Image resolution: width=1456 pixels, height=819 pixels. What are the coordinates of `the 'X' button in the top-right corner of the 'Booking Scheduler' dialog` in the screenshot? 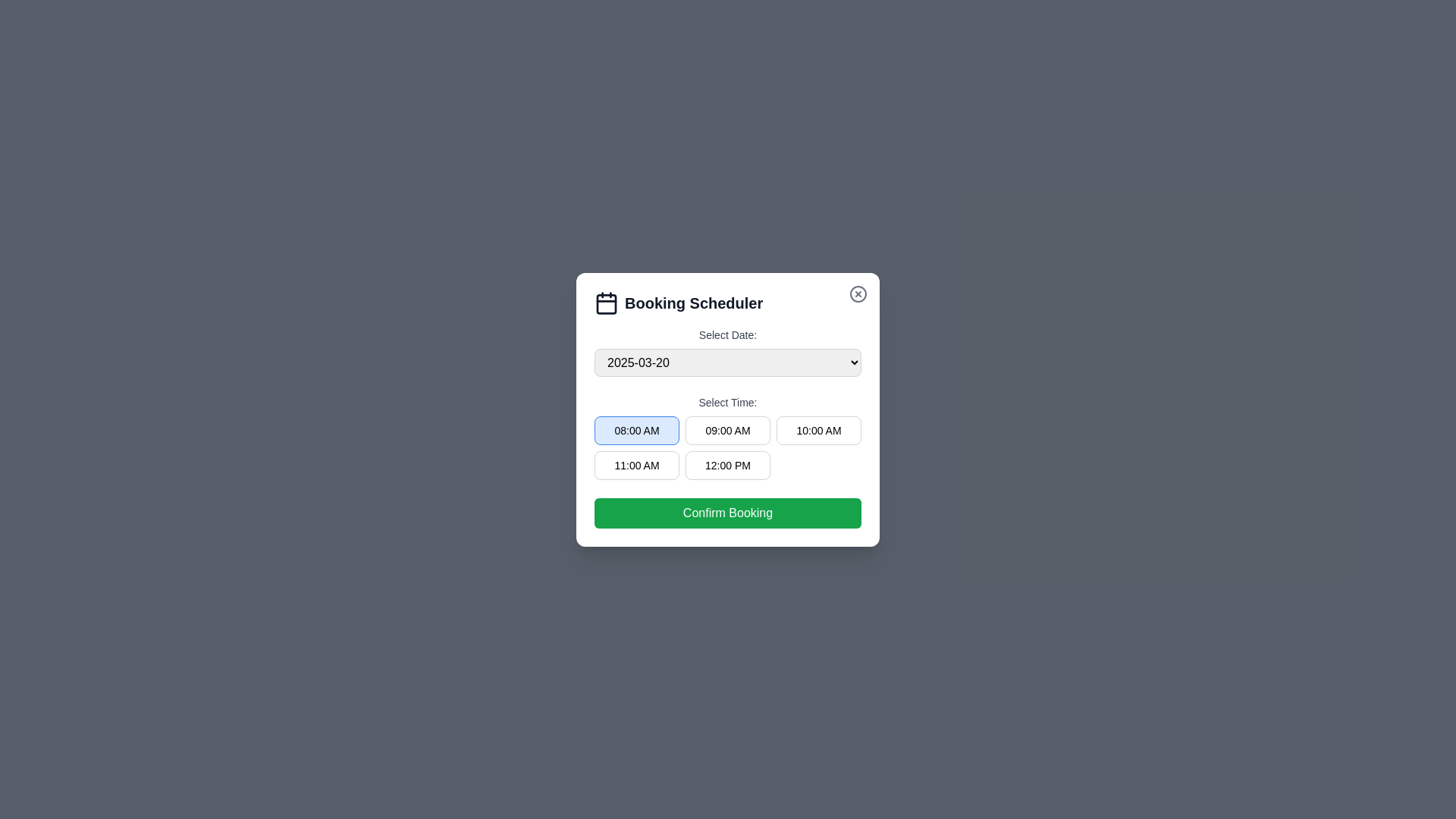 It's located at (858, 293).